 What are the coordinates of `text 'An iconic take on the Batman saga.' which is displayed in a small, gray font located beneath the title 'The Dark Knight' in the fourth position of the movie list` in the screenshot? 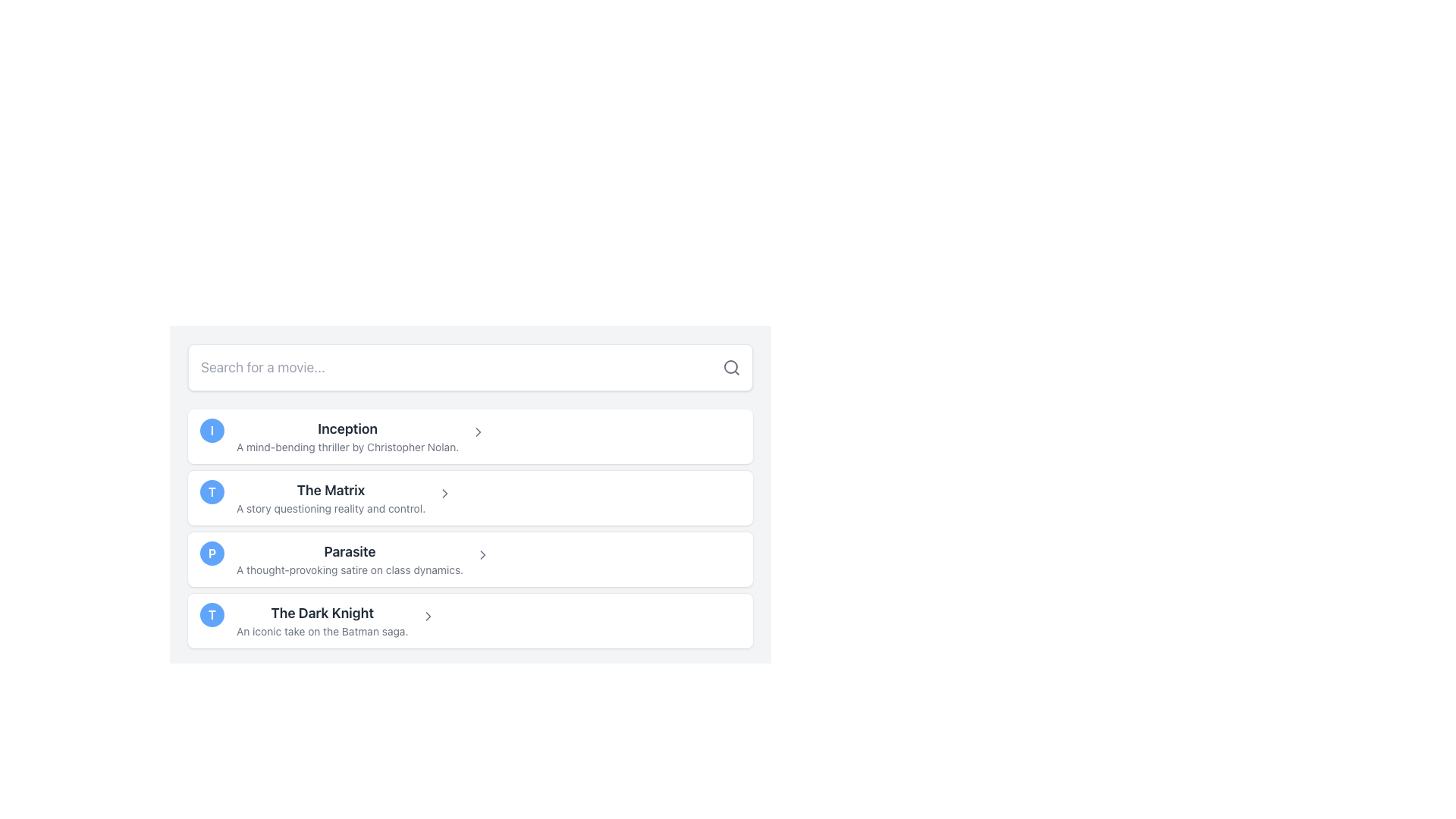 It's located at (322, 632).